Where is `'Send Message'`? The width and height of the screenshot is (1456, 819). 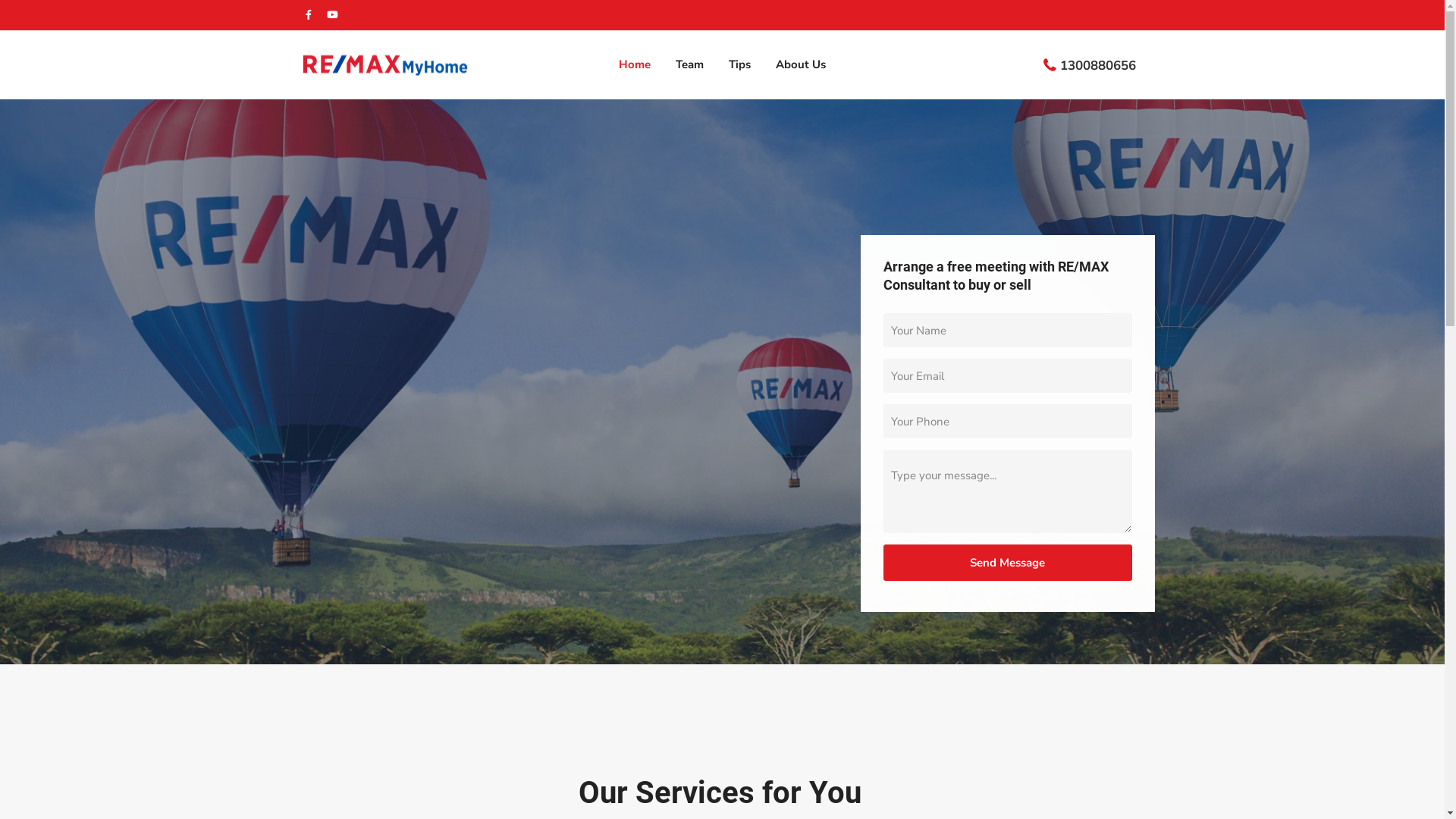
'Send Message' is located at coordinates (1008, 562).